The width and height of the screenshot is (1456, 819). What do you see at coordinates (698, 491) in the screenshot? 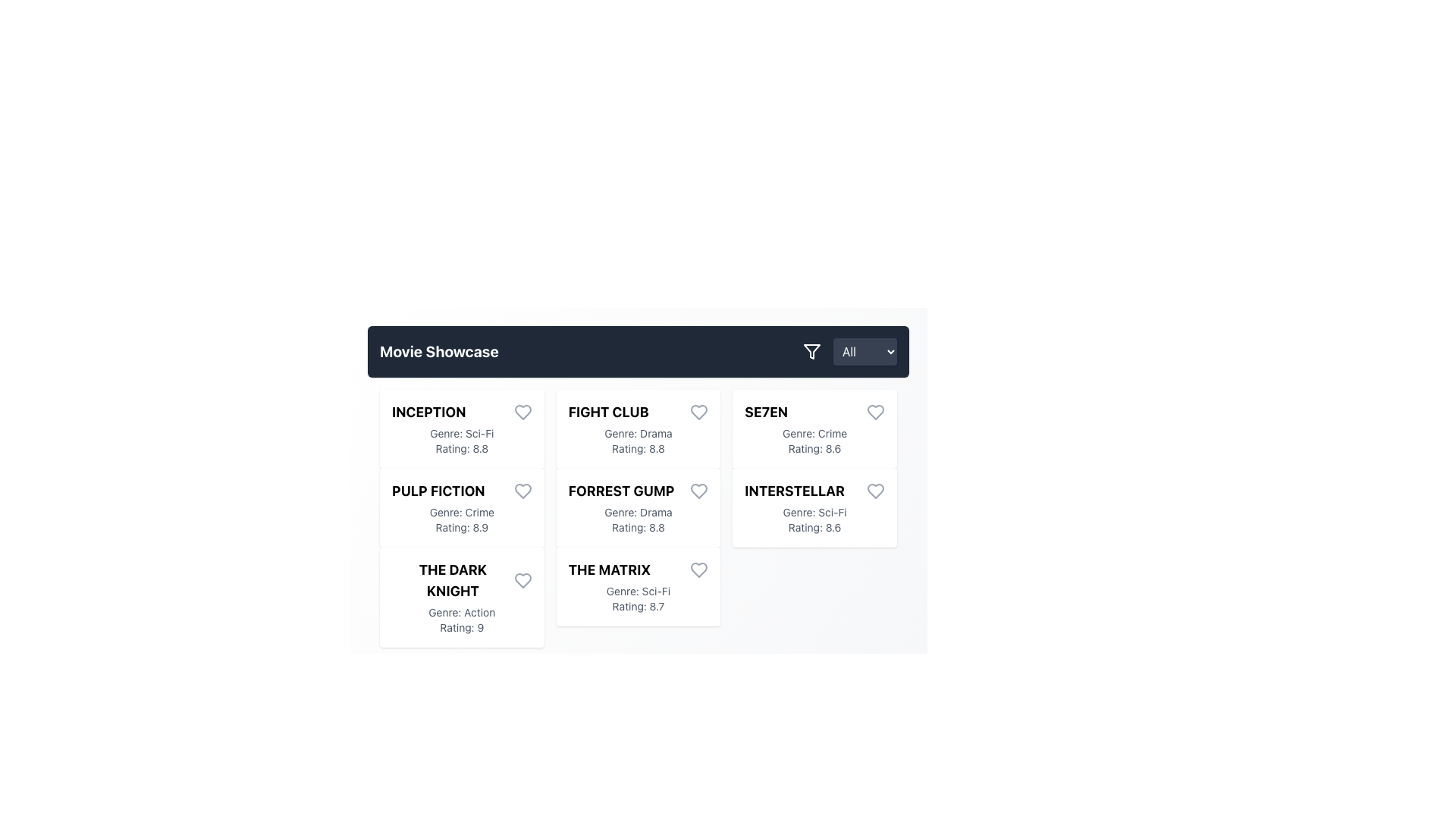
I see `the heart-shaped icon (Like/Favorite Marker) within the movie card for 'Forrest Gump', which is located in the top-right corner of the card` at bounding box center [698, 491].